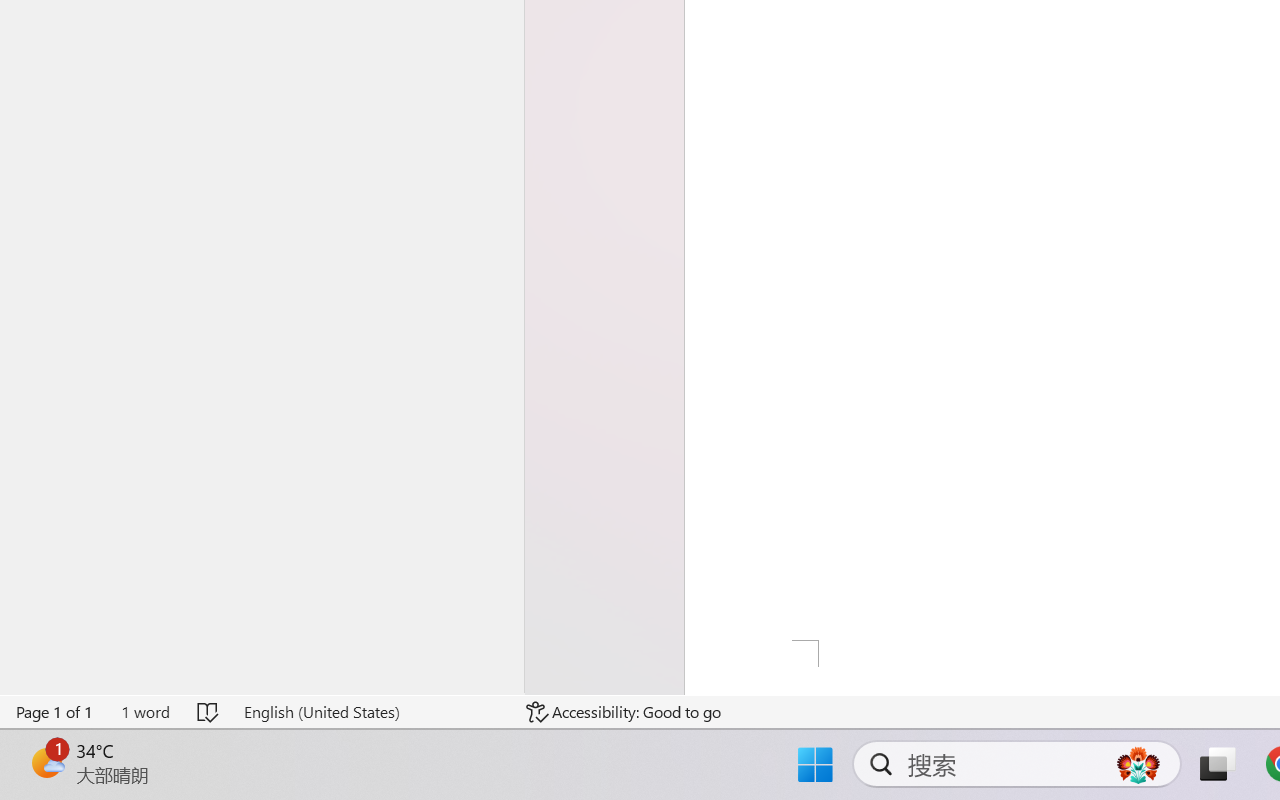  What do you see at coordinates (209, 711) in the screenshot?
I see `'Spelling and Grammar Check No Errors'` at bounding box center [209, 711].